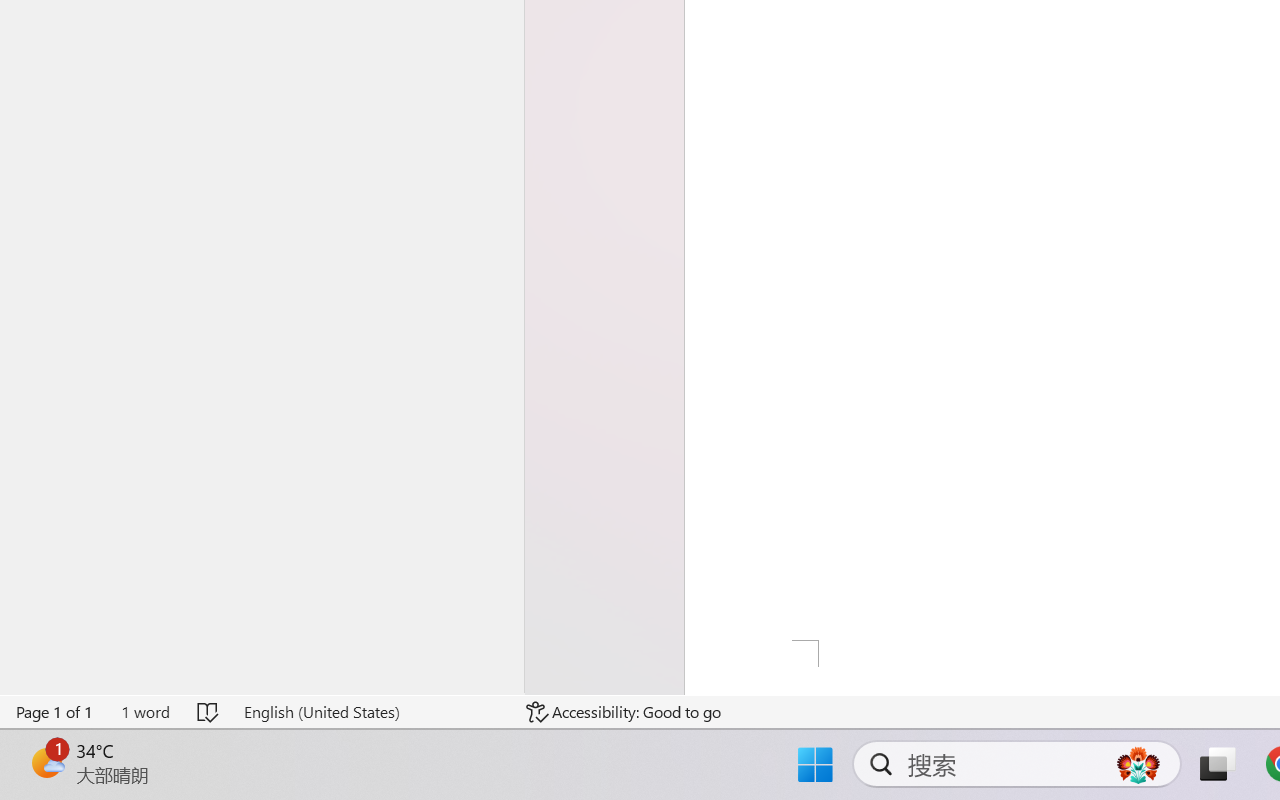  What do you see at coordinates (209, 711) in the screenshot?
I see `'Spelling and Grammar Check No Errors'` at bounding box center [209, 711].